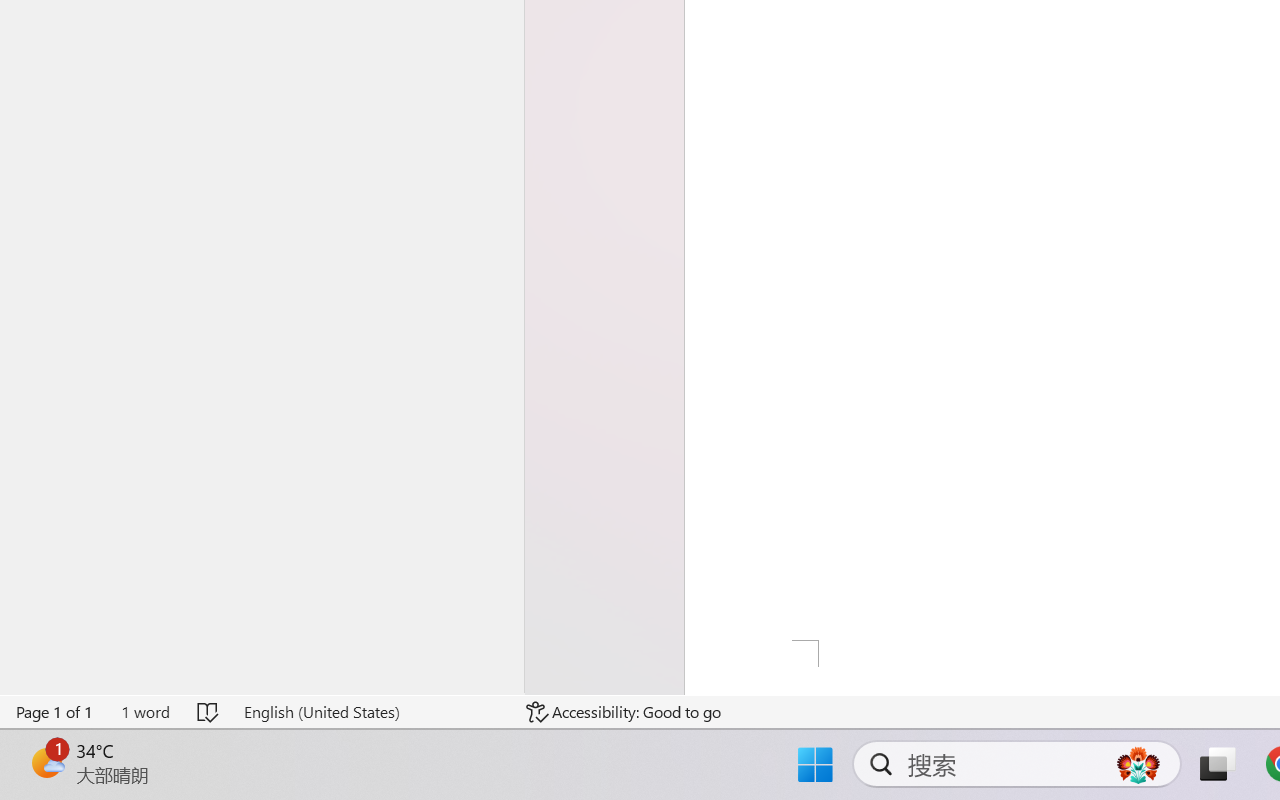  What do you see at coordinates (209, 711) in the screenshot?
I see `'Spelling and Grammar Check No Errors'` at bounding box center [209, 711].